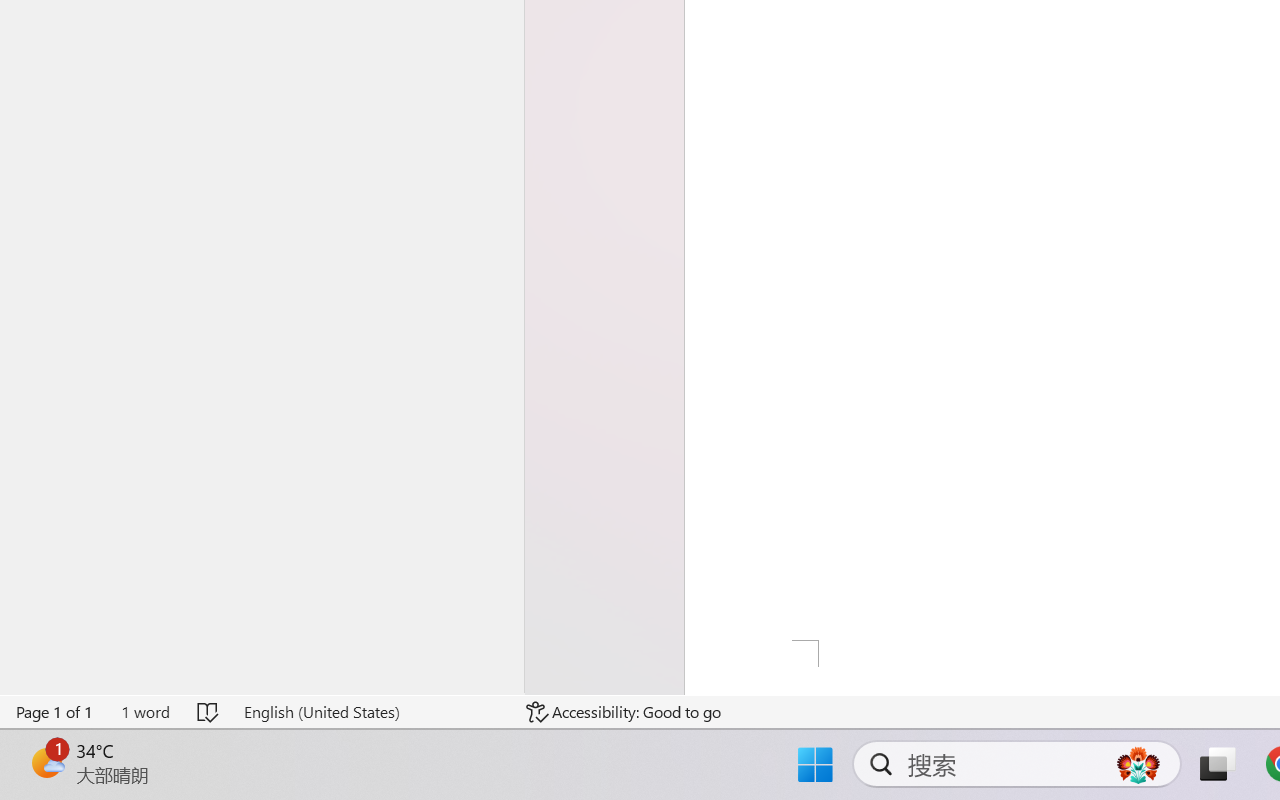  What do you see at coordinates (209, 711) in the screenshot?
I see `'Spelling and Grammar Check No Errors'` at bounding box center [209, 711].